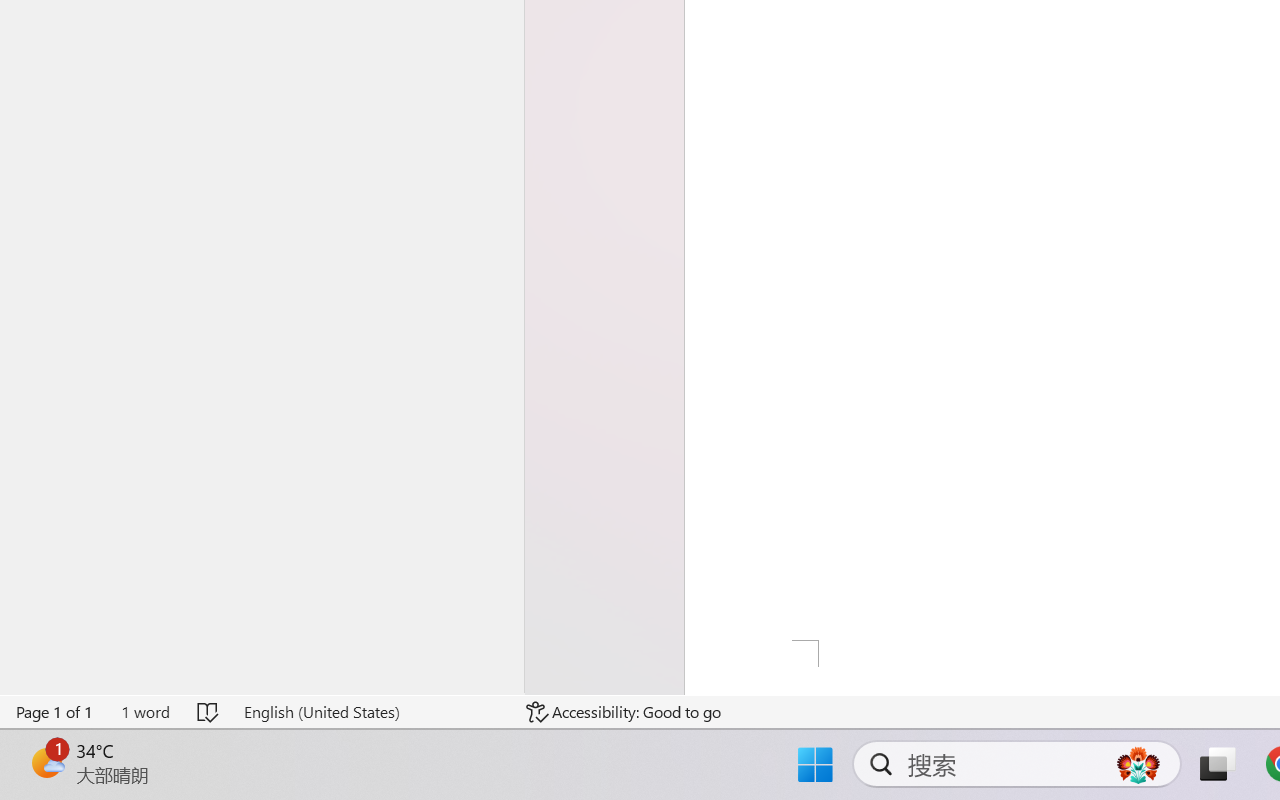  What do you see at coordinates (209, 711) in the screenshot?
I see `'Spelling and Grammar Check No Errors'` at bounding box center [209, 711].